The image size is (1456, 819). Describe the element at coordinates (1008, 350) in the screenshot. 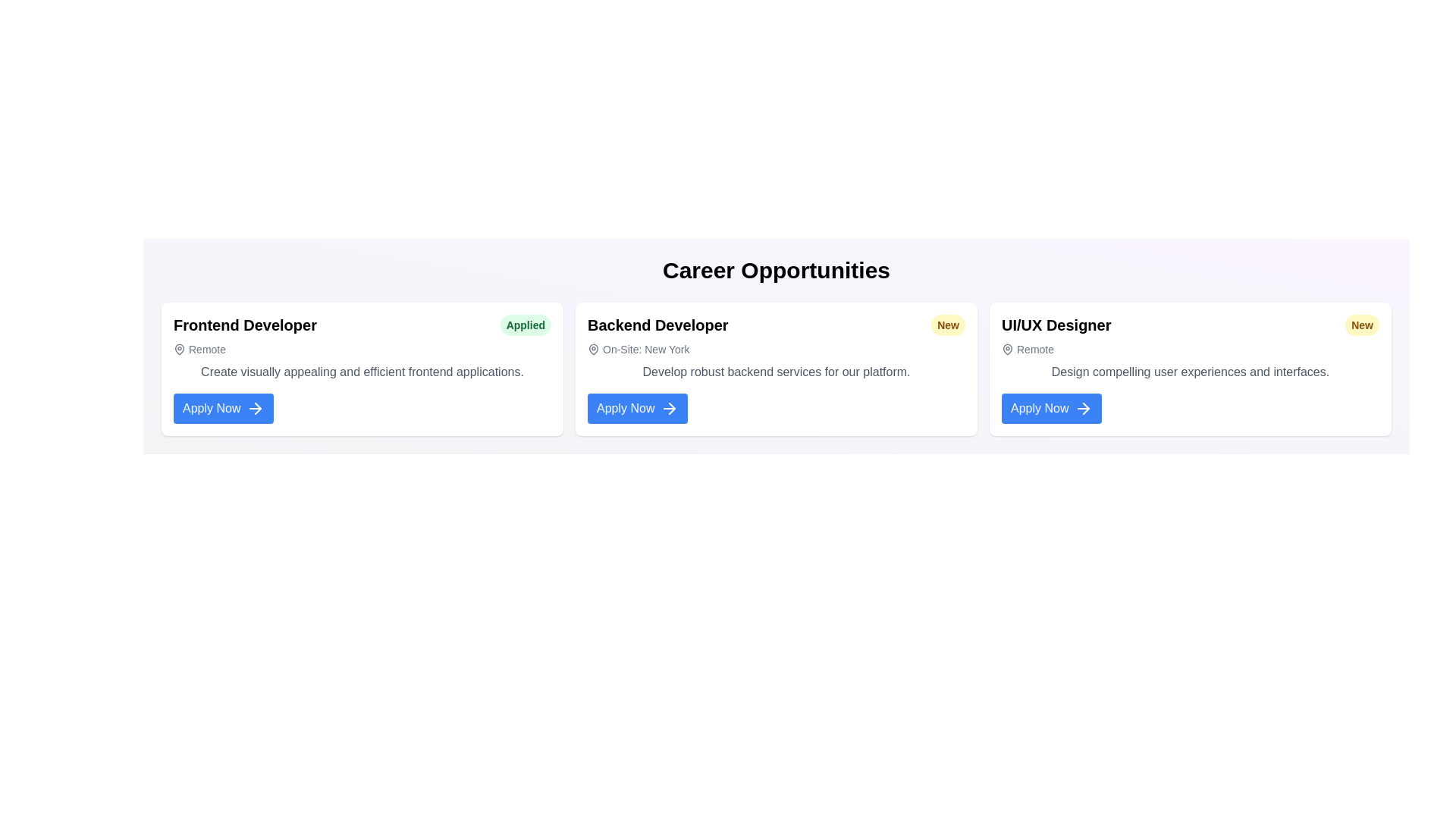

I see `the map pin icon located to the left of the text 'Remote' in the 'UI/UX Designer' job card` at that location.